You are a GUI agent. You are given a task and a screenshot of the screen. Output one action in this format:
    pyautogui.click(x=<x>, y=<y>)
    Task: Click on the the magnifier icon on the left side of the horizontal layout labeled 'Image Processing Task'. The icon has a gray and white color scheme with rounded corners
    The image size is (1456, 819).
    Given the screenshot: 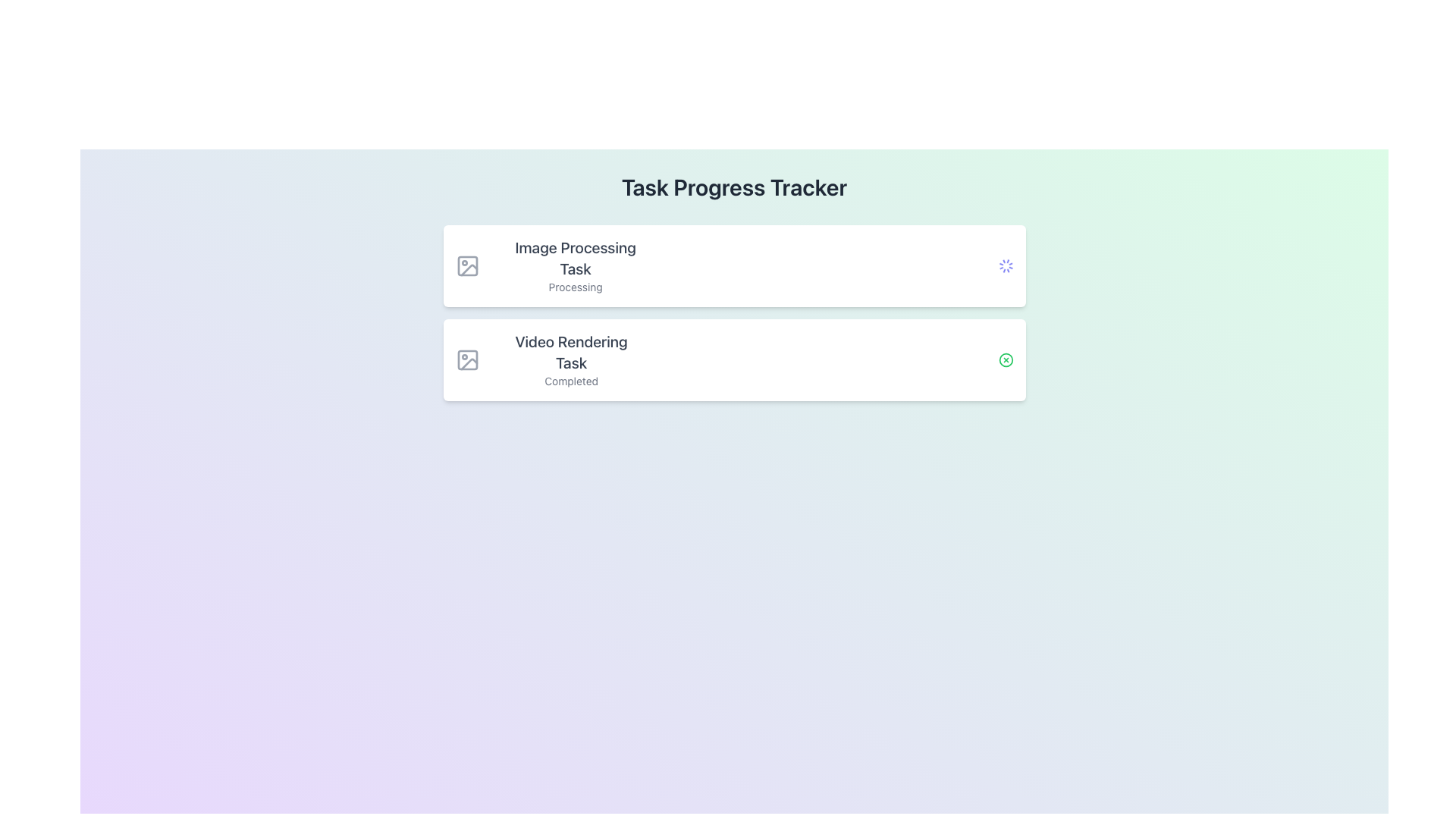 What is the action you would take?
    pyautogui.click(x=472, y=265)
    